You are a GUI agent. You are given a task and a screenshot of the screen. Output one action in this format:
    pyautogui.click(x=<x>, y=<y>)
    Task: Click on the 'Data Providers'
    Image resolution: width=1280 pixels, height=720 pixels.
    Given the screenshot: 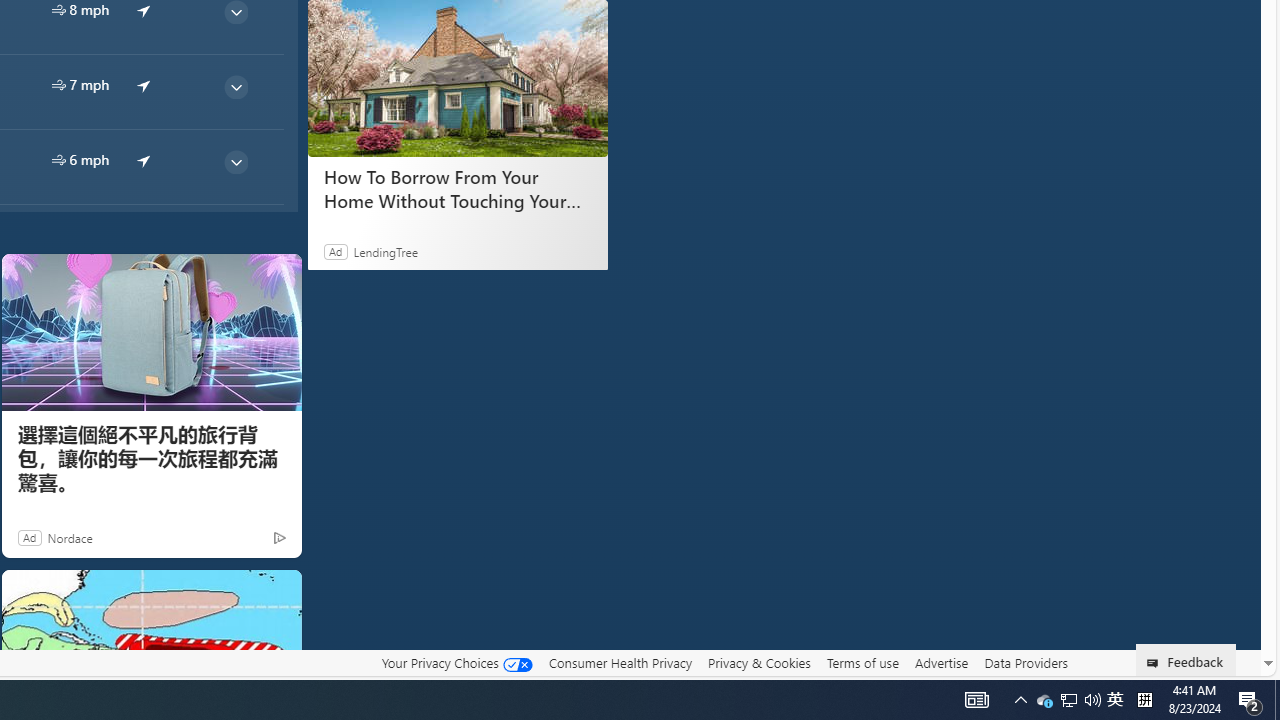 What is the action you would take?
    pyautogui.click(x=1025, y=663)
    